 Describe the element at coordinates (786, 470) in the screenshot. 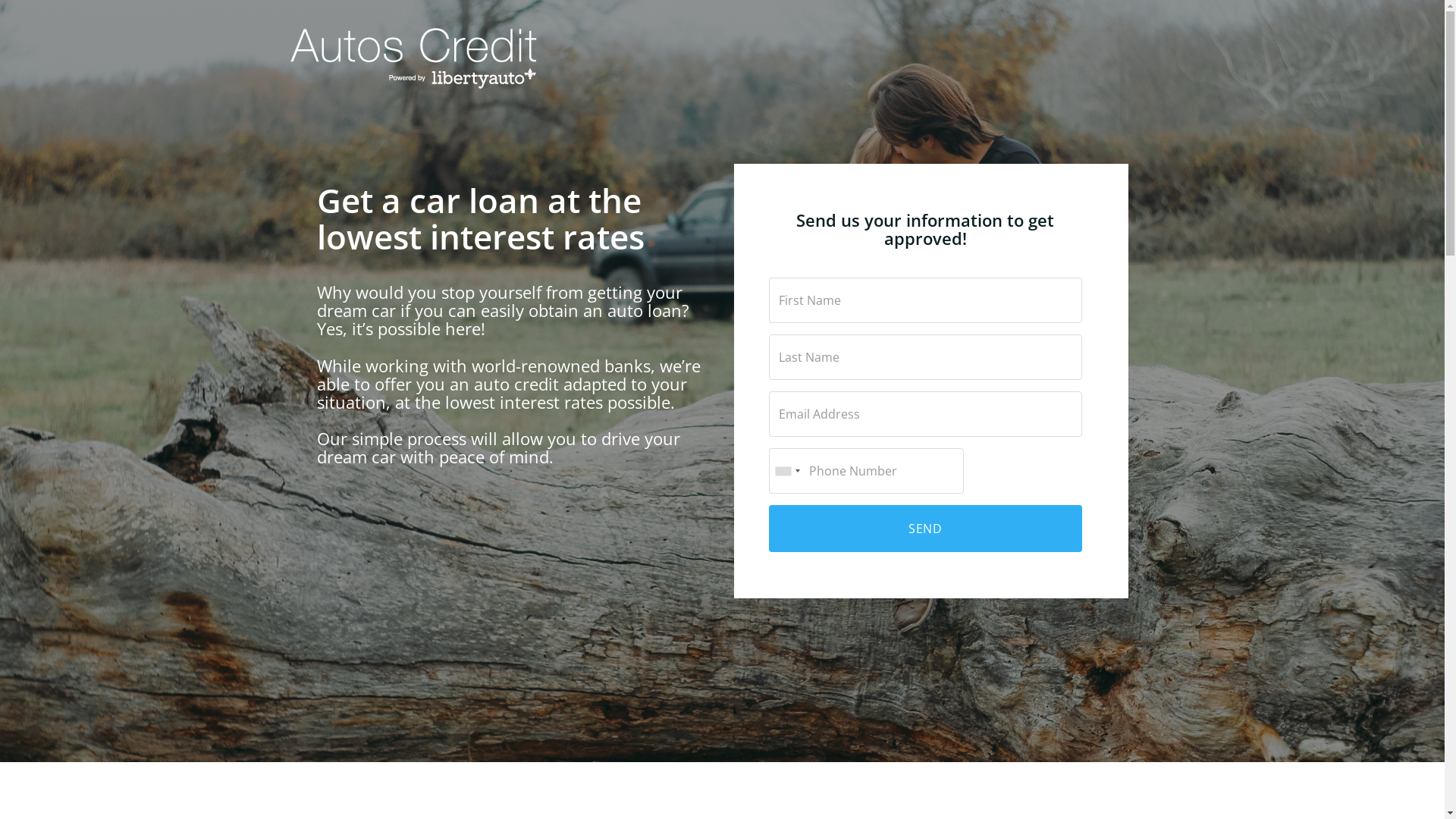

I see `'United States: +1'` at that location.